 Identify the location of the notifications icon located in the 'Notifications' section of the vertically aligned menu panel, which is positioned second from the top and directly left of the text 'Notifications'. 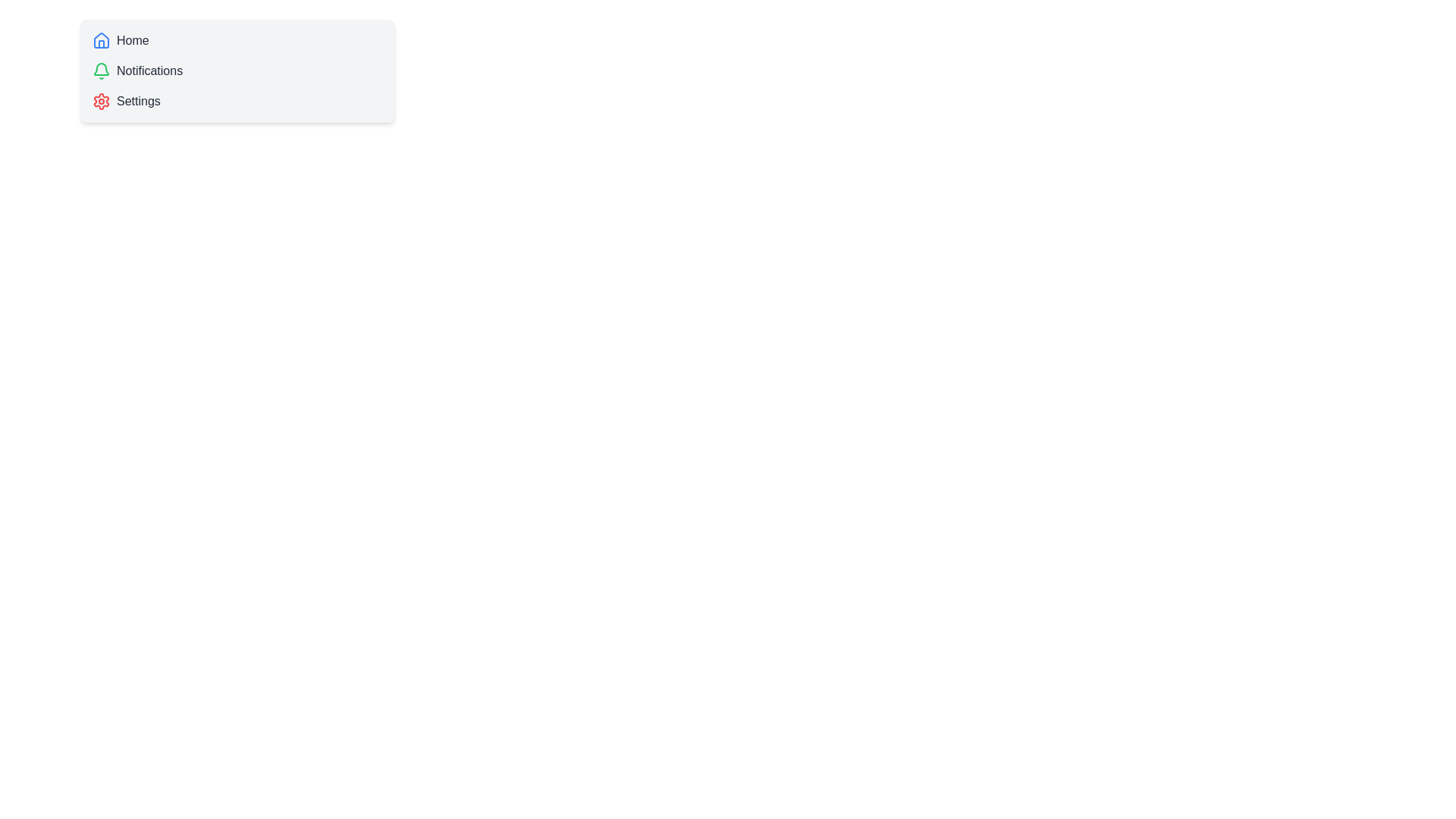
(101, 71).